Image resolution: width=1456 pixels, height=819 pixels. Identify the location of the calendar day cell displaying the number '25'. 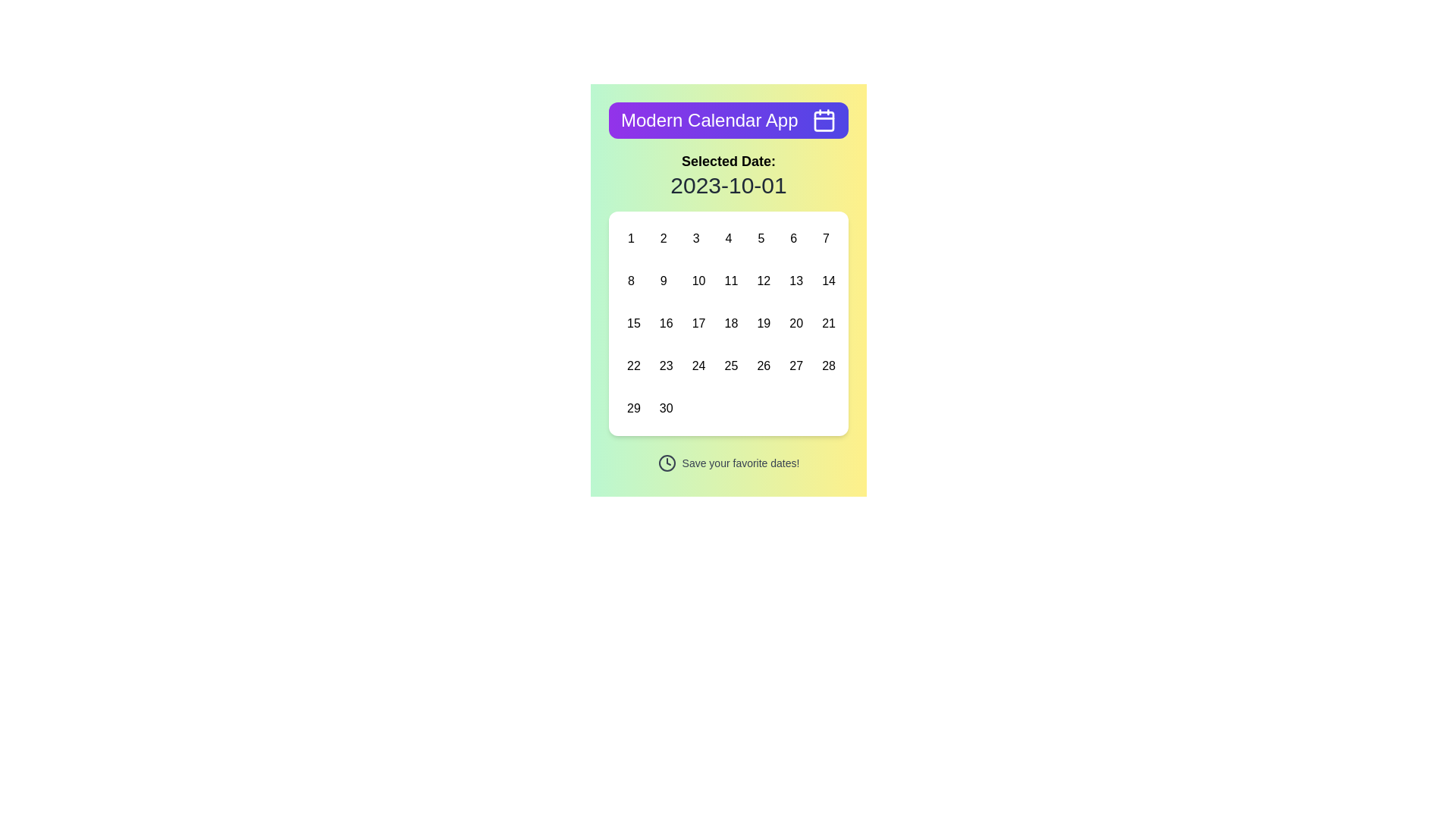
(728, 366).